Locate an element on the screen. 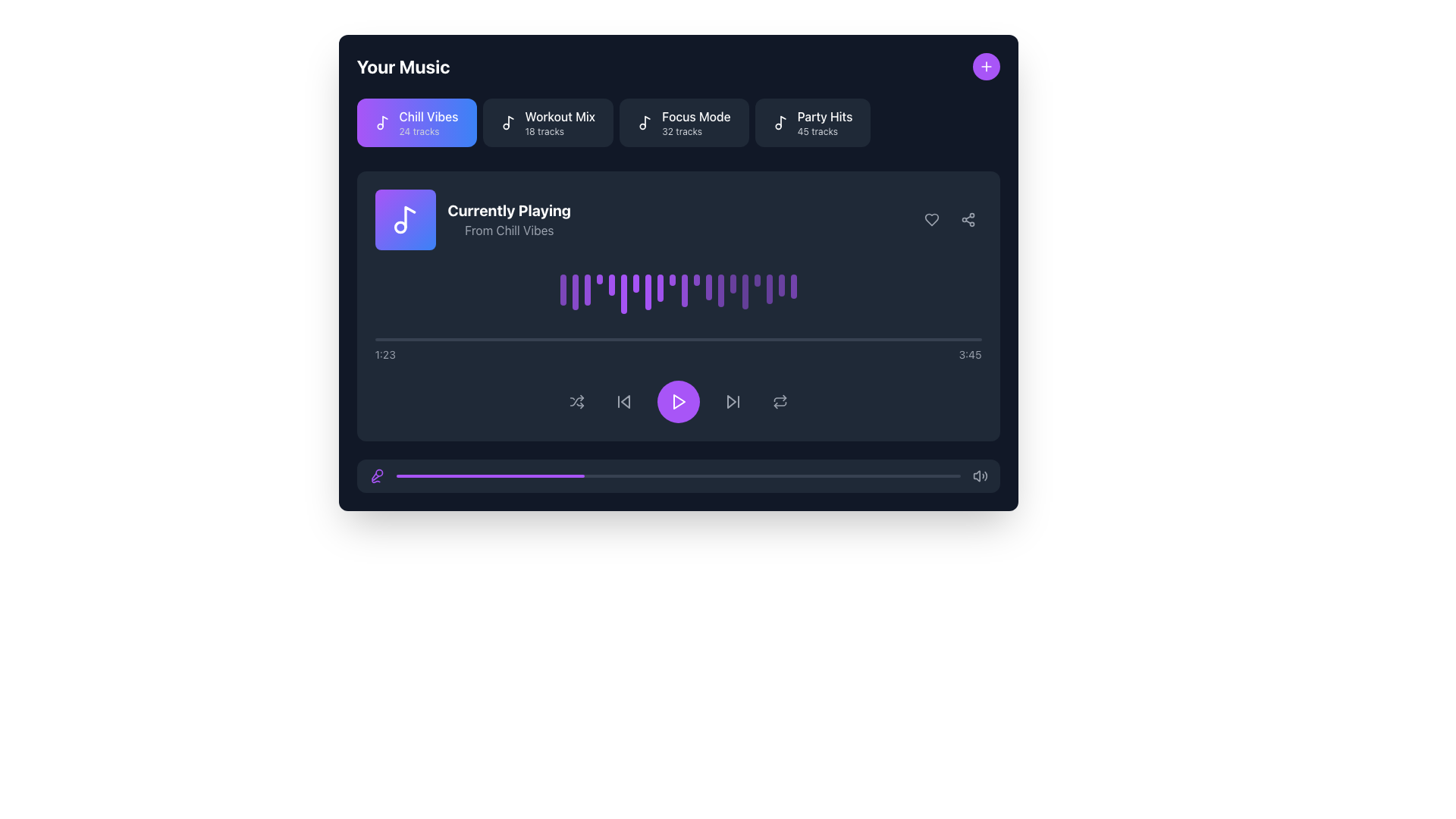 The height and width of the screenshot is (819, 1456). the 'Skip Back' button, which is represented by an icon of a back arrow with a vertical line next to it, located in the playback controls at the bottom-middle section of the interface is located at coordinates (623, 401).